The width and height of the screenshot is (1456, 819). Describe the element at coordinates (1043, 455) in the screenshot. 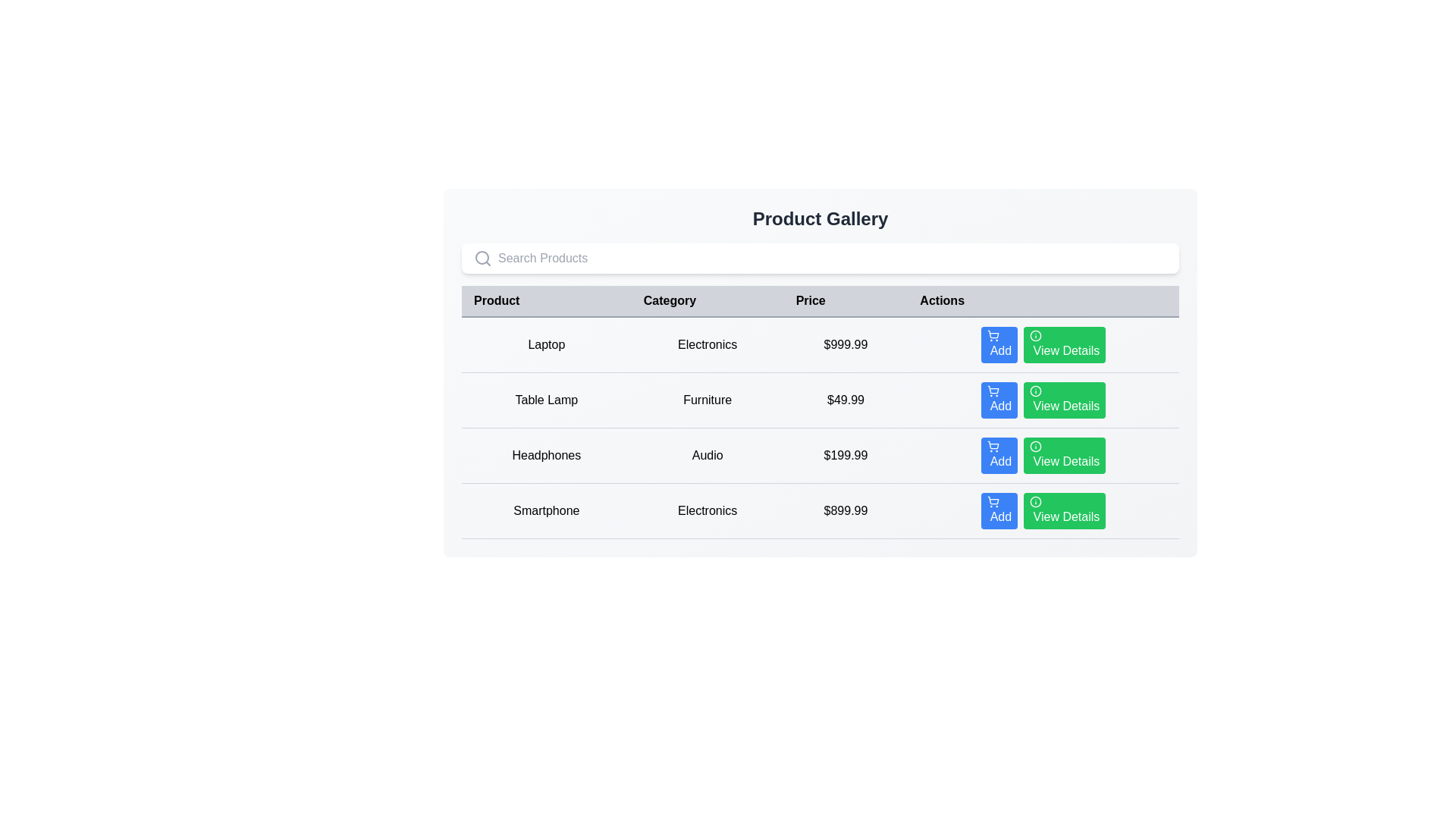

I see `the green 'View Details' button located in the last column of the 'Headphones' row under the 'Actions' column` at that location.